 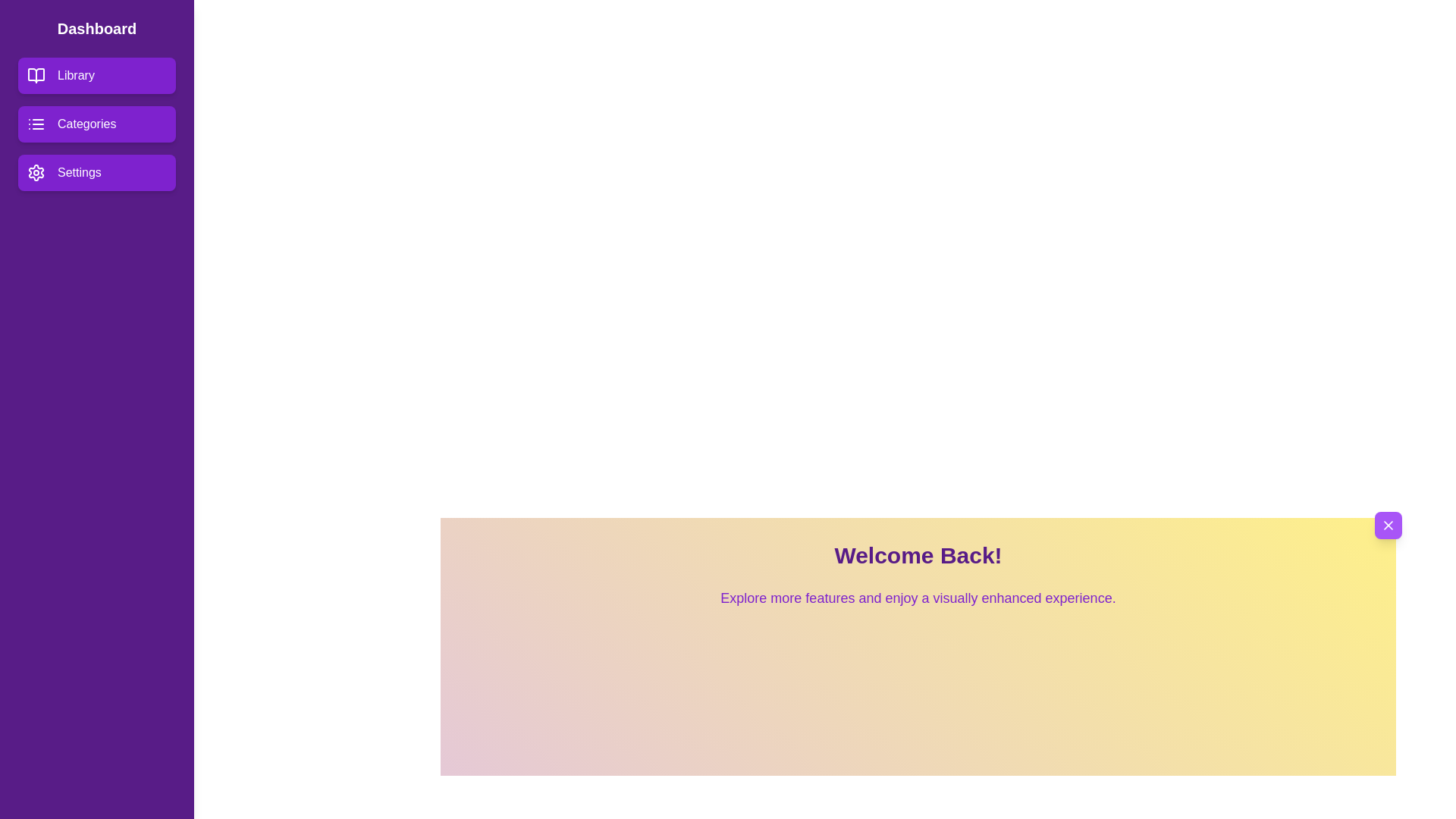 What do you see at coordinates (1388, 525) in the screenshot?
I see `the button in the top-right corner to toggle the drawer visibility` at bounding box center [1388, 525].